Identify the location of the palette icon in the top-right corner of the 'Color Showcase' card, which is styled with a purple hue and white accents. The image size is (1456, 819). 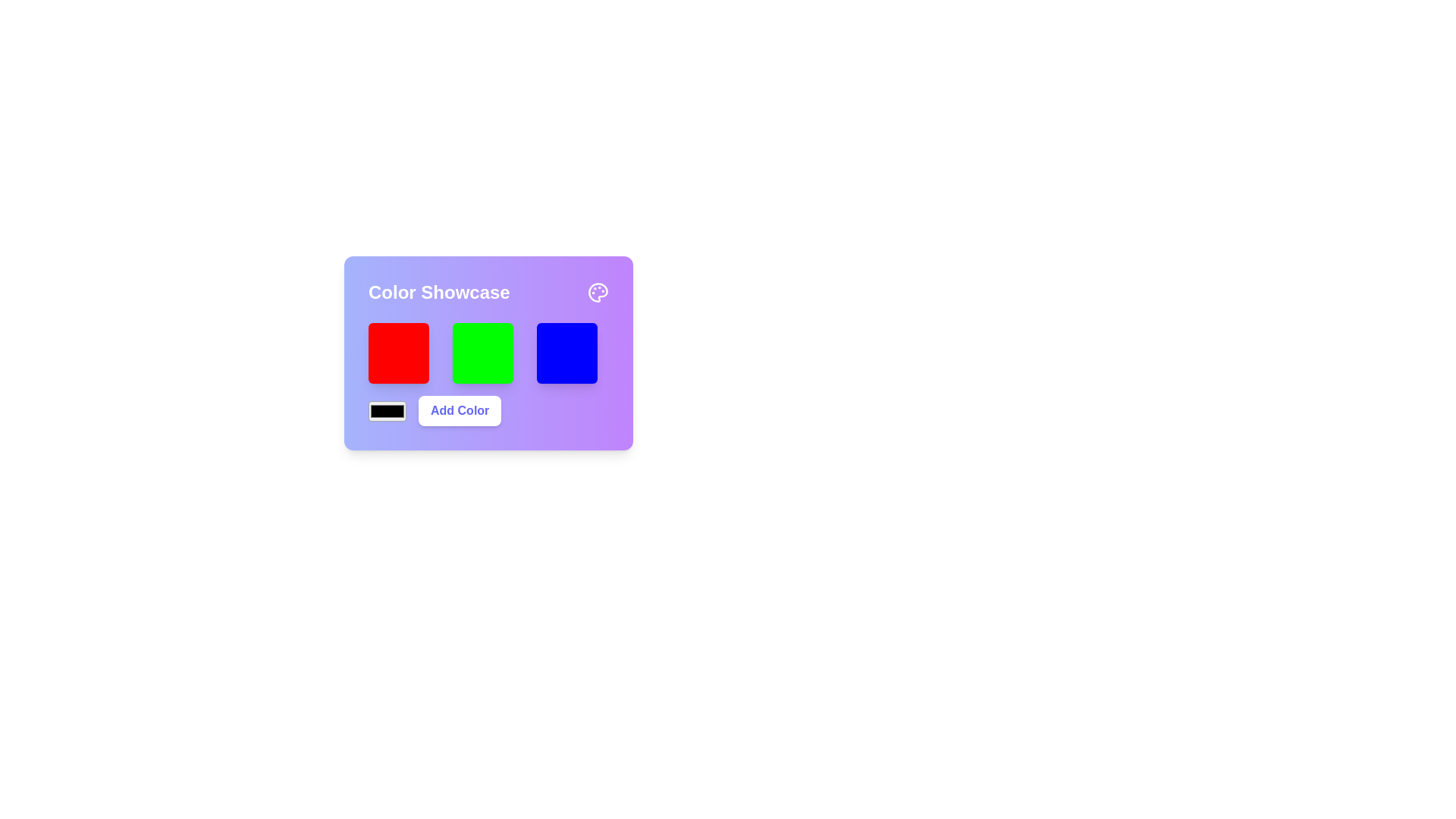
(597, 292).